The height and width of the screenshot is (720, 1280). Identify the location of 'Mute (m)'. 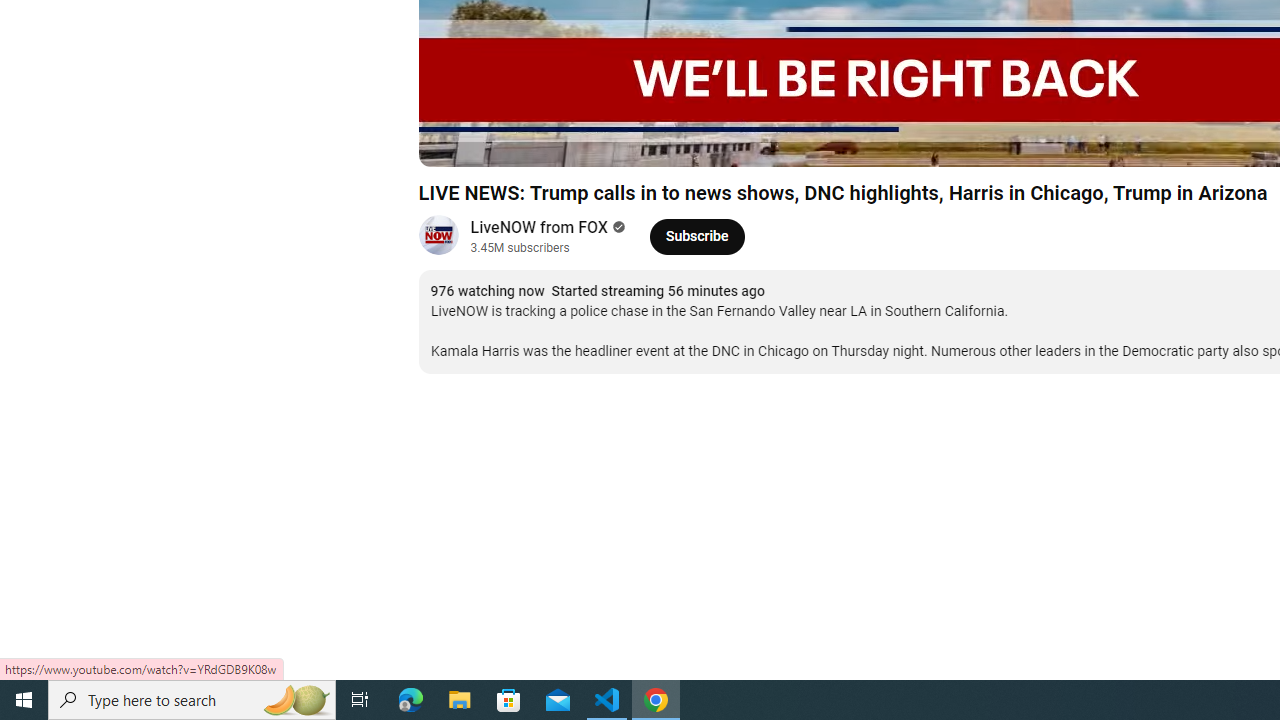
(548, 141).